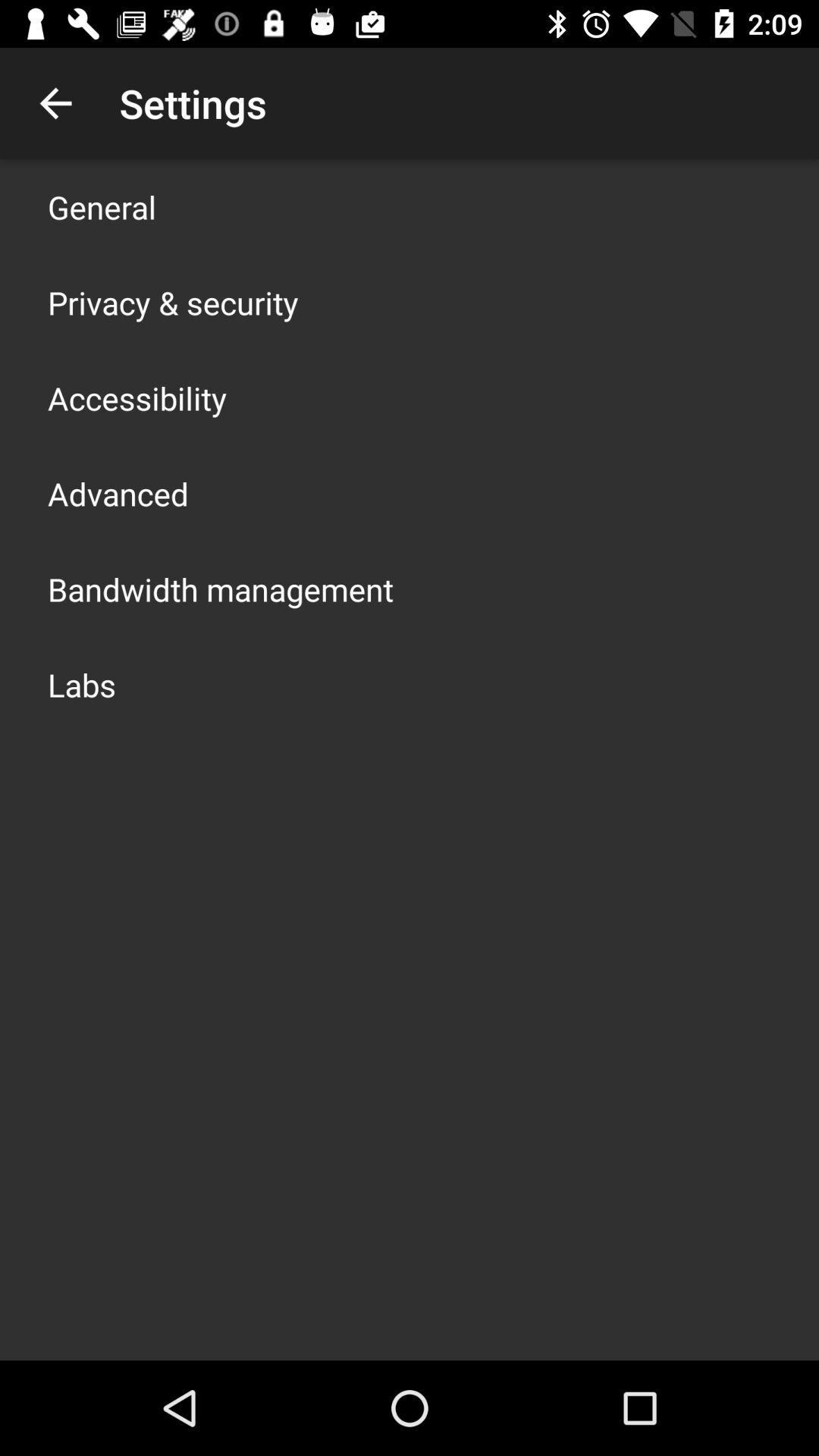 The width and height of the screenshot is (819, 1456). Describe the element at coordinates (102, 206) in the screenshot. I see `general app` at that location.